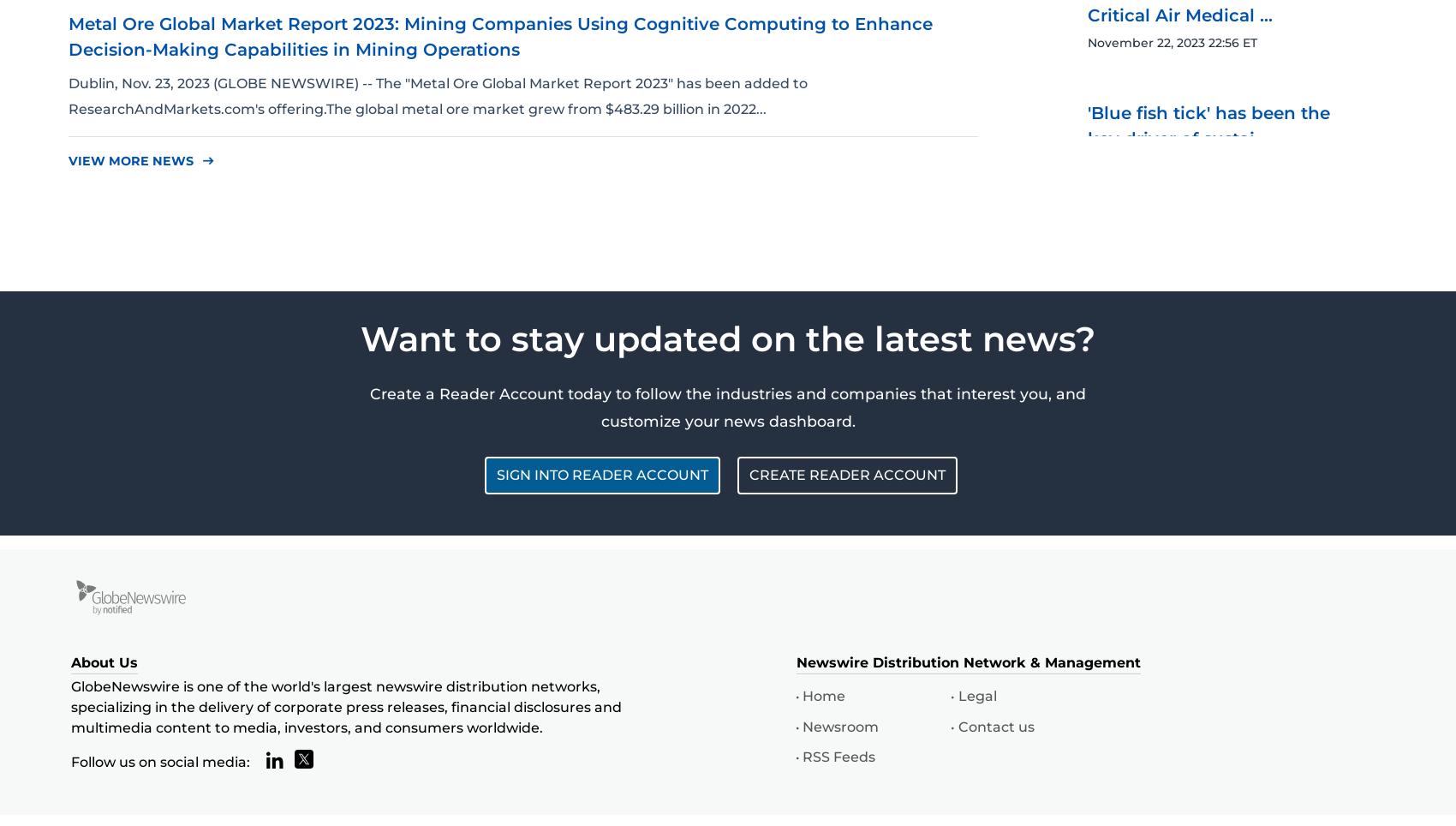  I want to click on 'RSS Feeds', so click(838, 756).